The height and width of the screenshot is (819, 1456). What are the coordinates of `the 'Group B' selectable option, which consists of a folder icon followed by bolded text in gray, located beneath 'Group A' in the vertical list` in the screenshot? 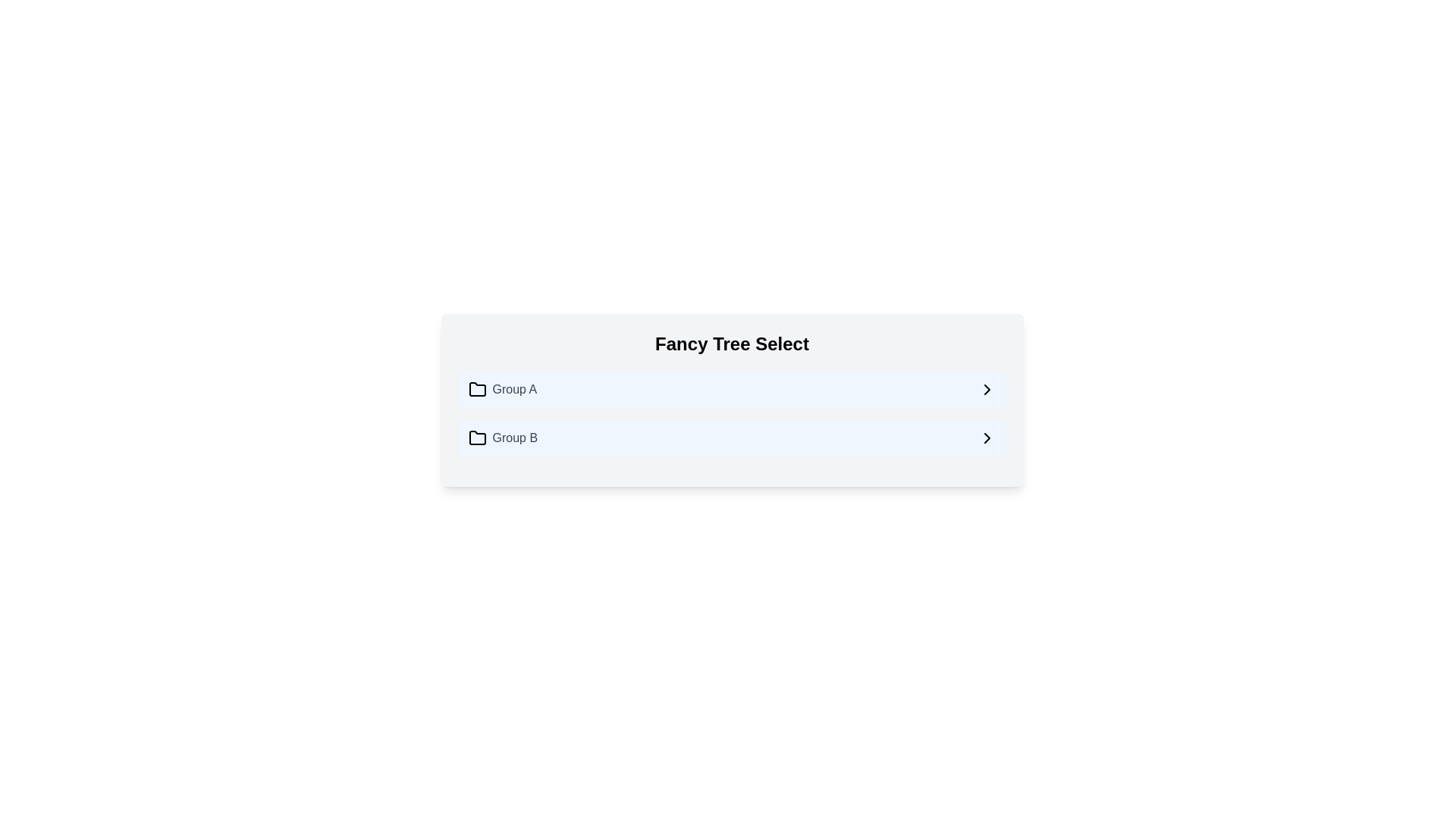 It's located at (502, 438).